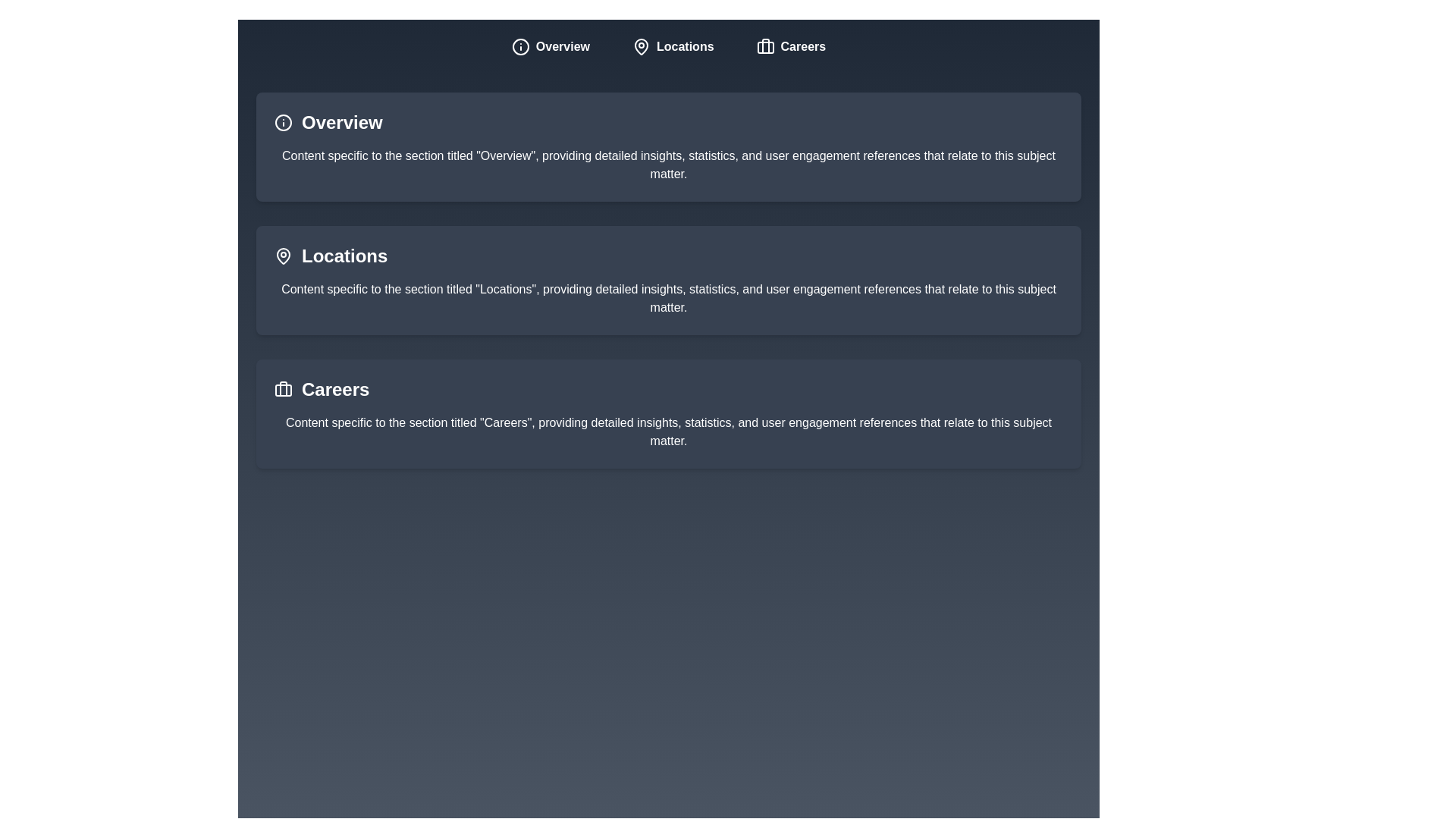 This screenshot has width=1456, height=819. I want to click on the text block located in the 'Careers' section, which provides detailed information beneath the section title and icon, so click(668, 432).